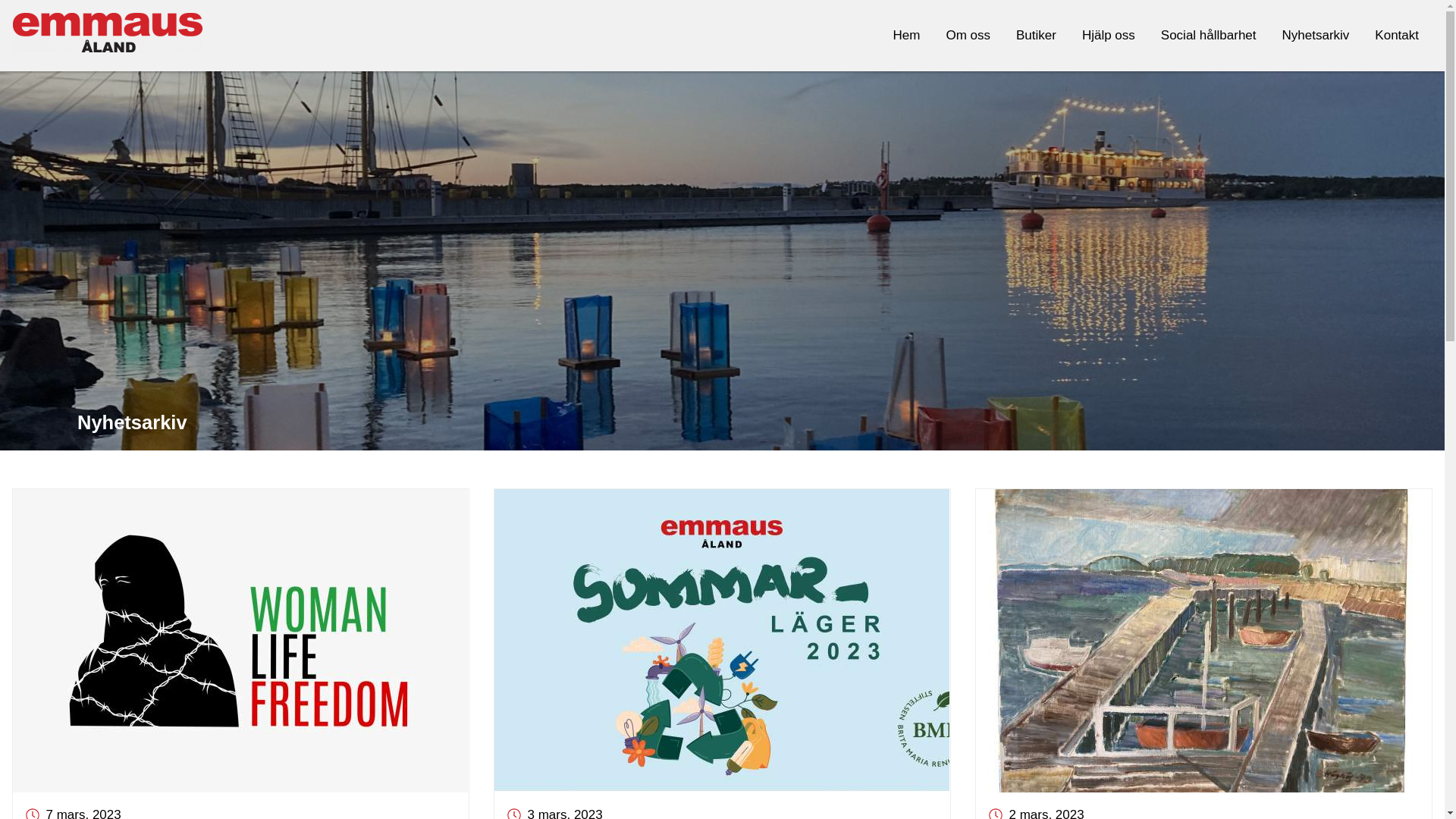  Describe the element at coordinates (967, 34) in the screenshot. I see `'Om oss'` at that location.